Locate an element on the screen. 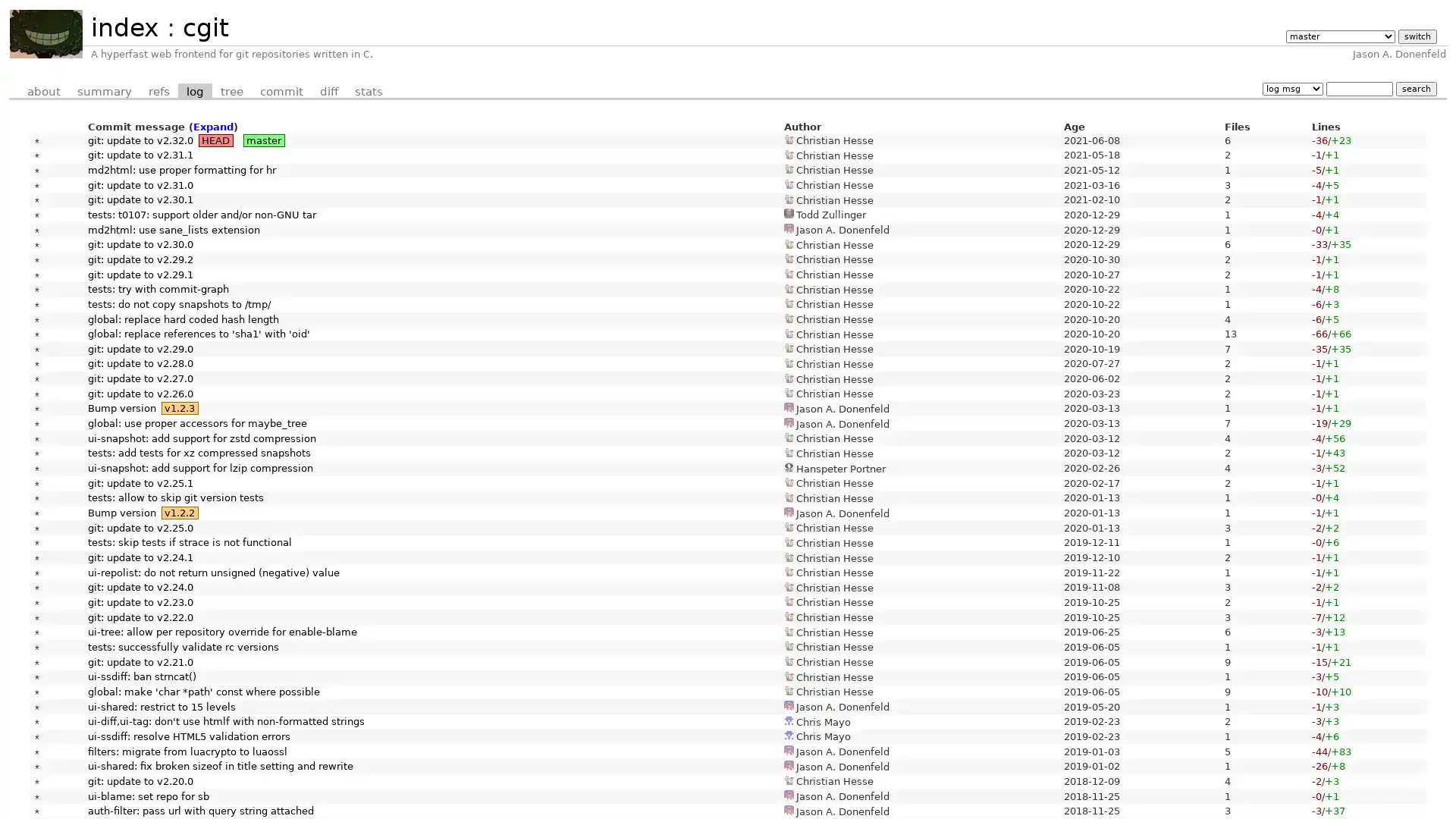 The height and width of the screenshot is (819, 1456). switch is located at coordinates (1416, 36).